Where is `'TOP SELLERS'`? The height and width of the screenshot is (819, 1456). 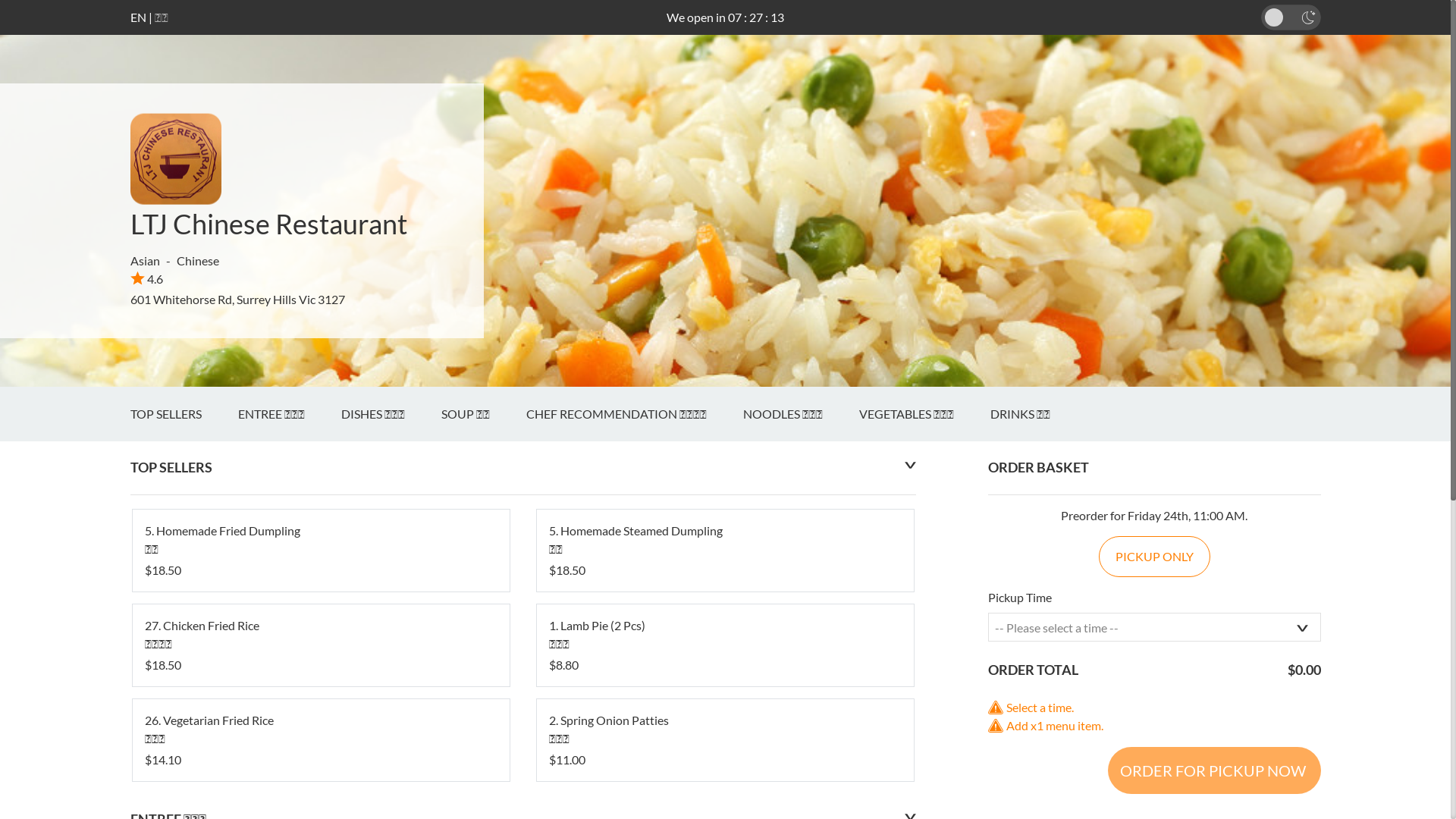
'TOP SELLERS' is located at coordinates (184, 414).